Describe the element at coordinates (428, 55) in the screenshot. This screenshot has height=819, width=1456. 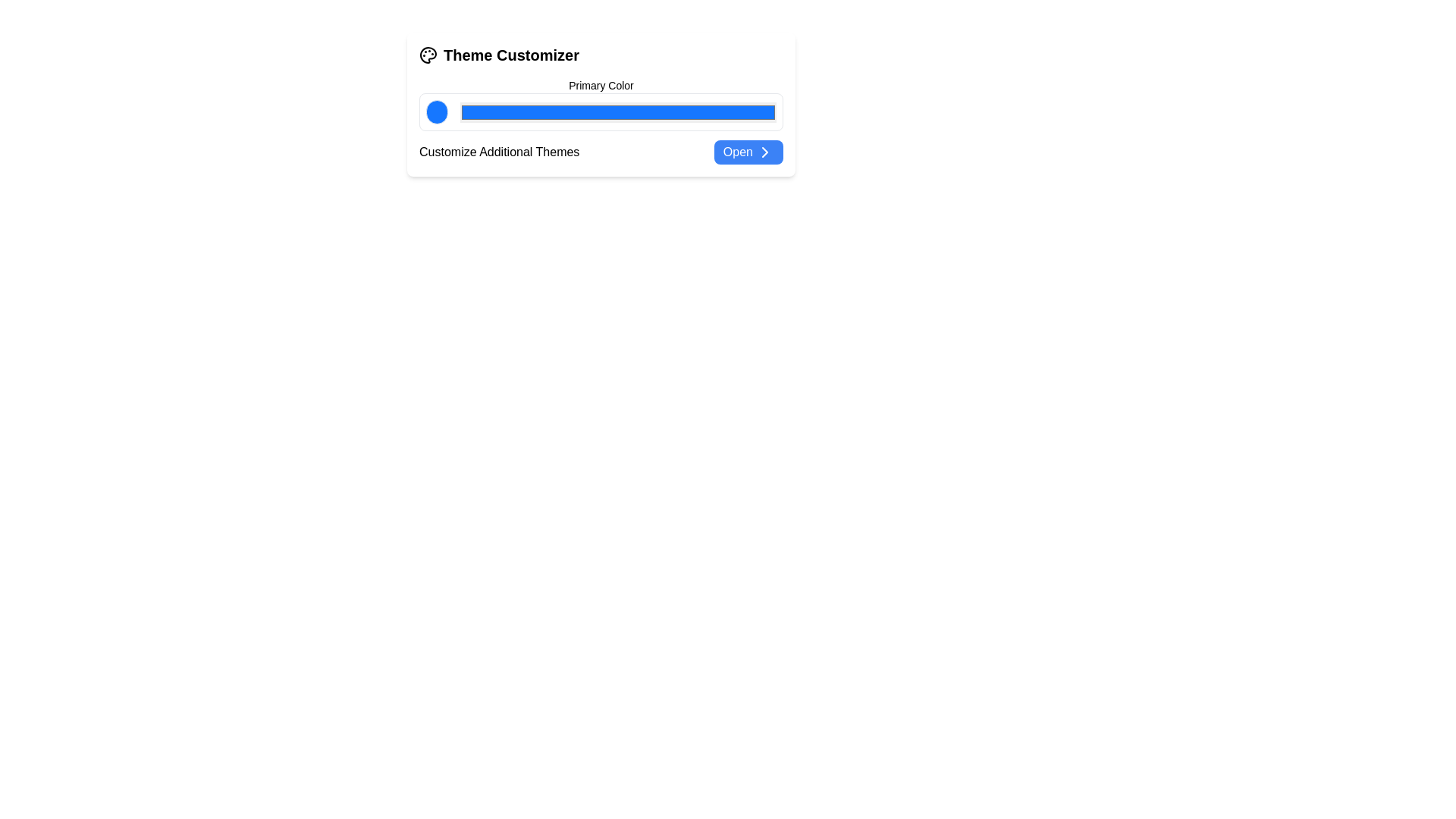
I see `the small black vector graphic icon shaped like an uneven circle or palette, located near the top-left corner of the 'Theme Customizer' interface, adjacent to the heading 'Theme Customizer'` at that location.